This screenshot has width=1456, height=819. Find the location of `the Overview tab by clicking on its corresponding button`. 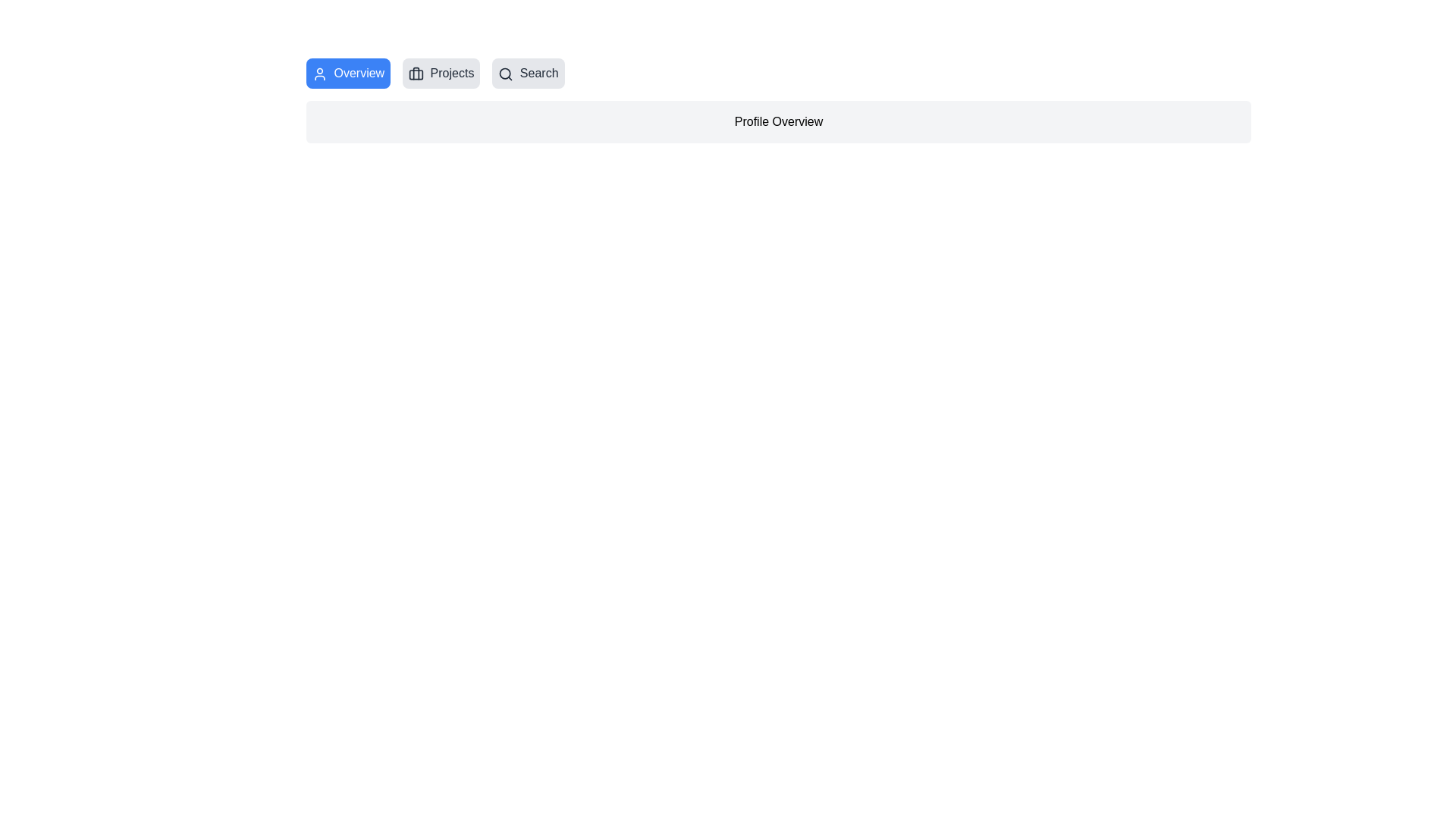

the Overview tab by clicking on its corresponding button is located at coordinates (347, 73).